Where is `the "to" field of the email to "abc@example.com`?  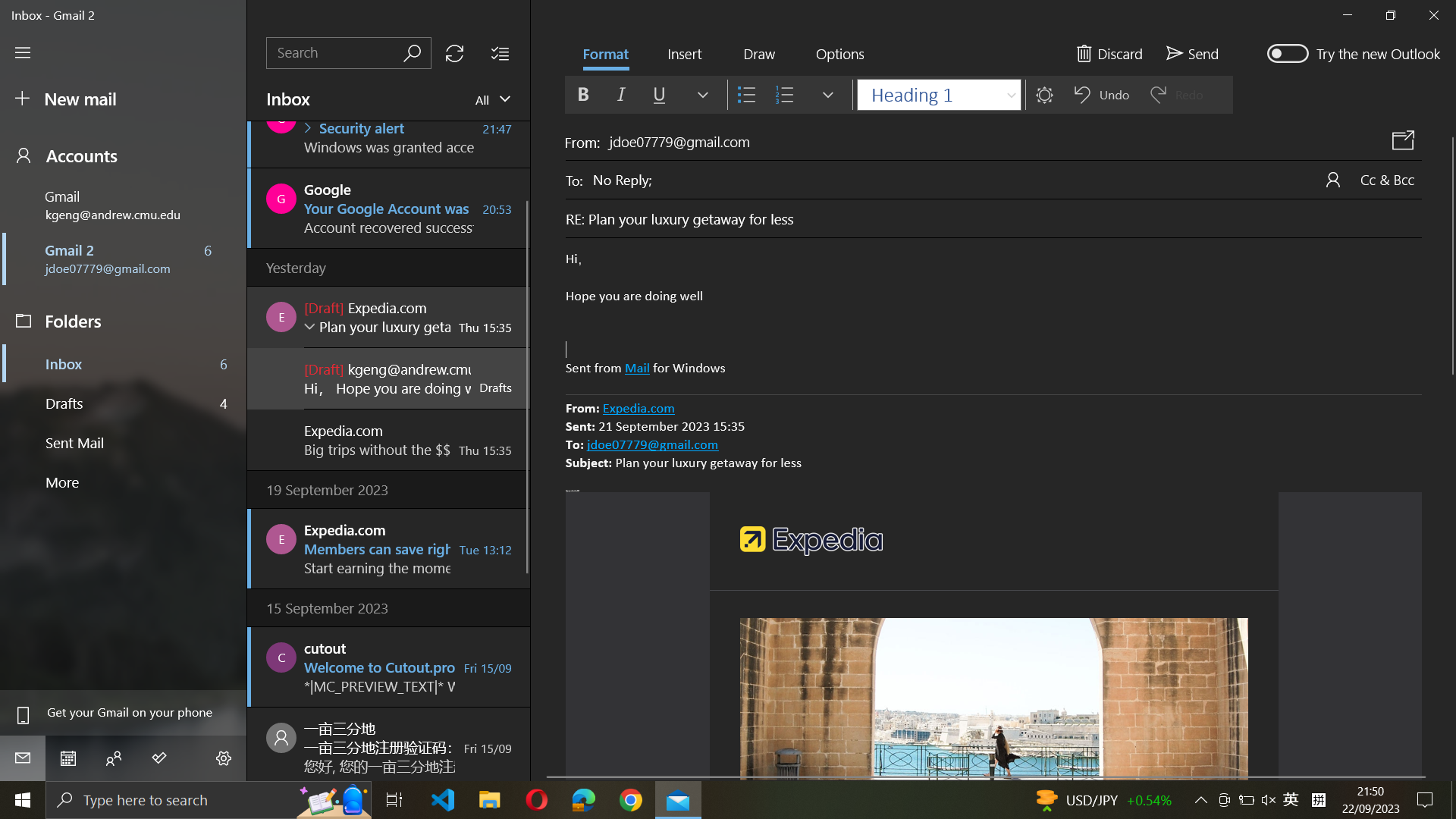
the "to" field of the email to "abc@example.com is located at coordinates (1007, 177).